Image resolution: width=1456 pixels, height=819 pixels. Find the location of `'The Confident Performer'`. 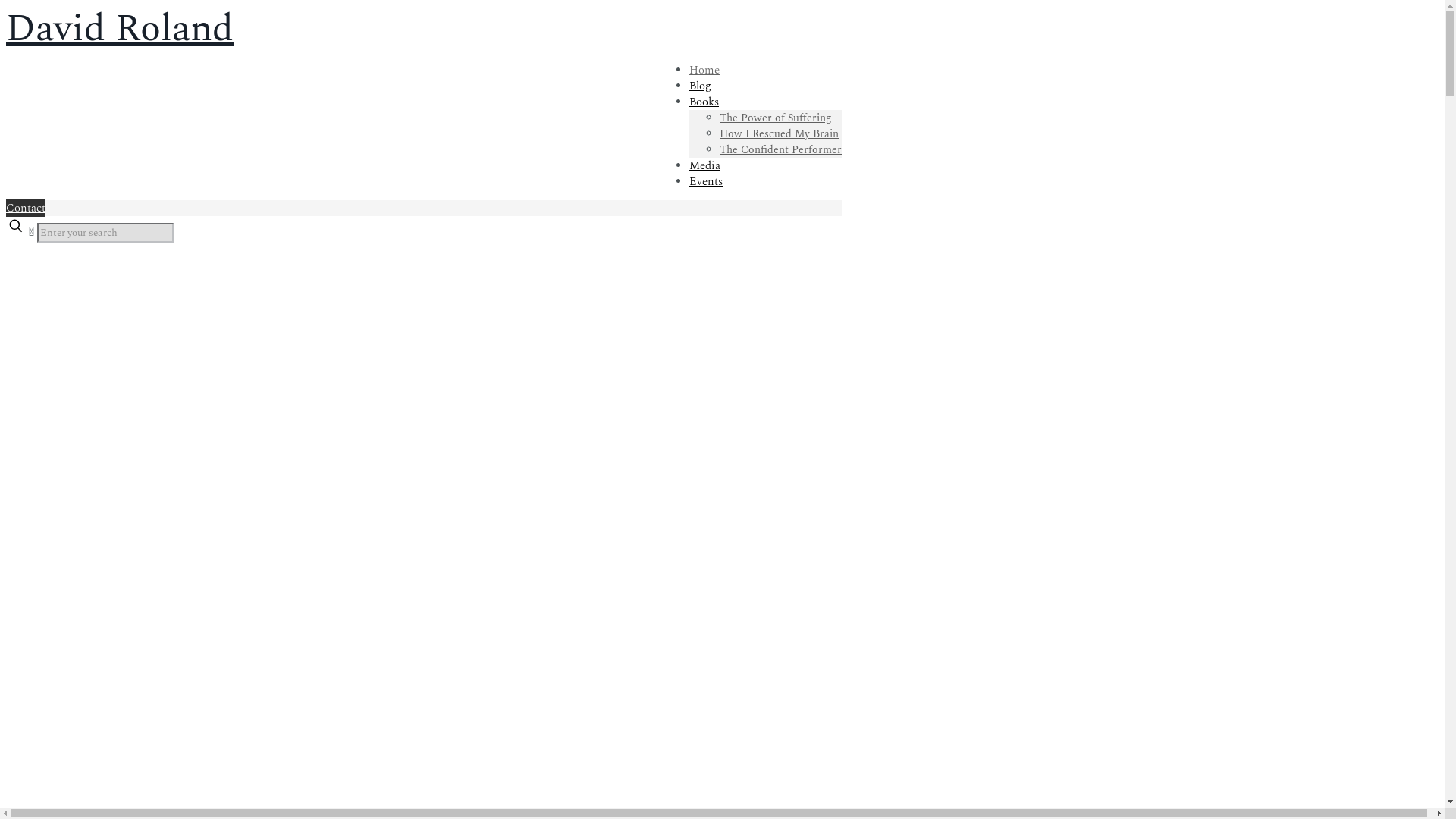

'The Confident Performer' is located at coordinates (780, 149).